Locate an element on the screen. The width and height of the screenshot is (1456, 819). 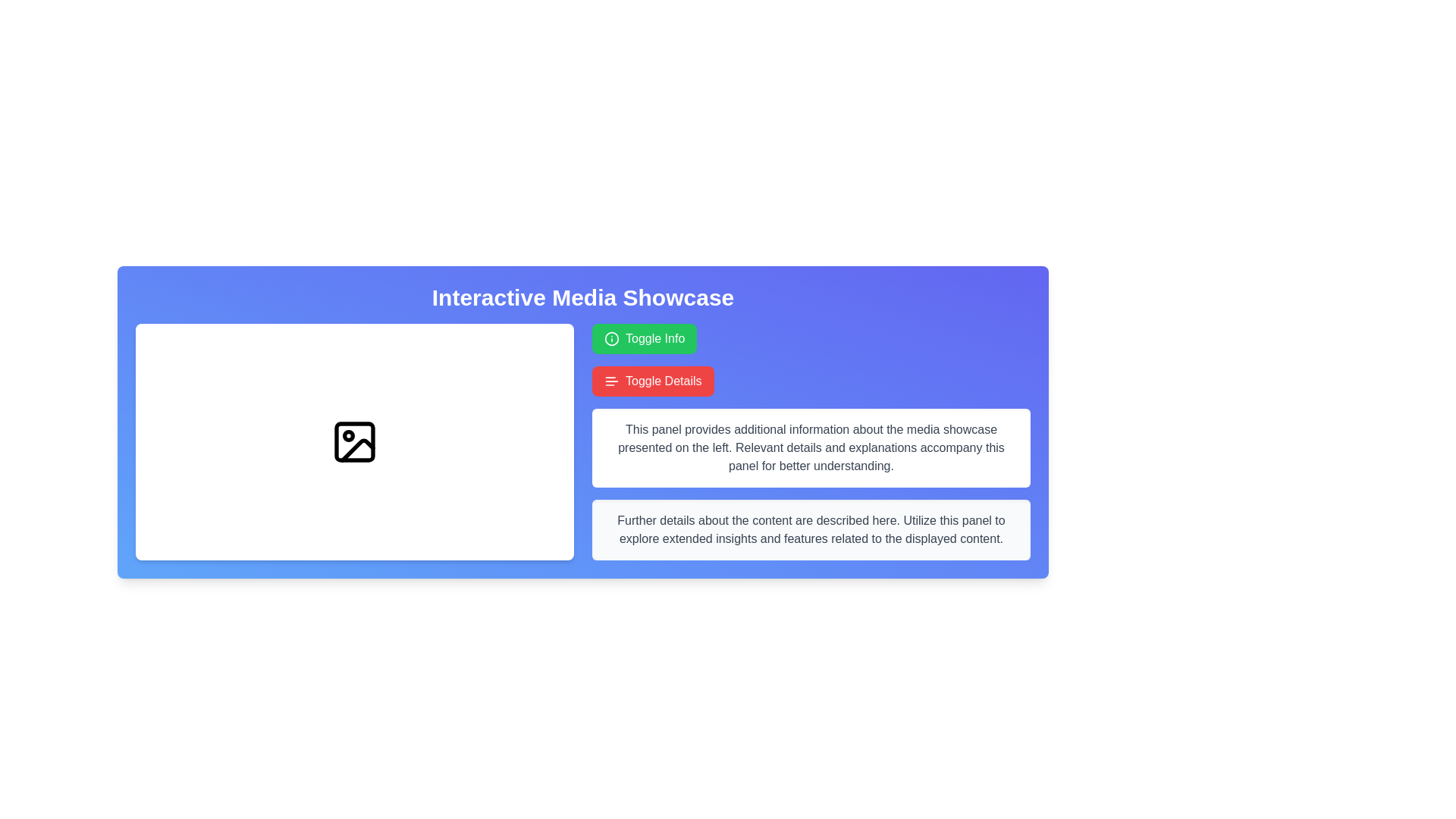
the text block containing the content 'Further details about the content are described here.' is located at coordinates (811, 529).